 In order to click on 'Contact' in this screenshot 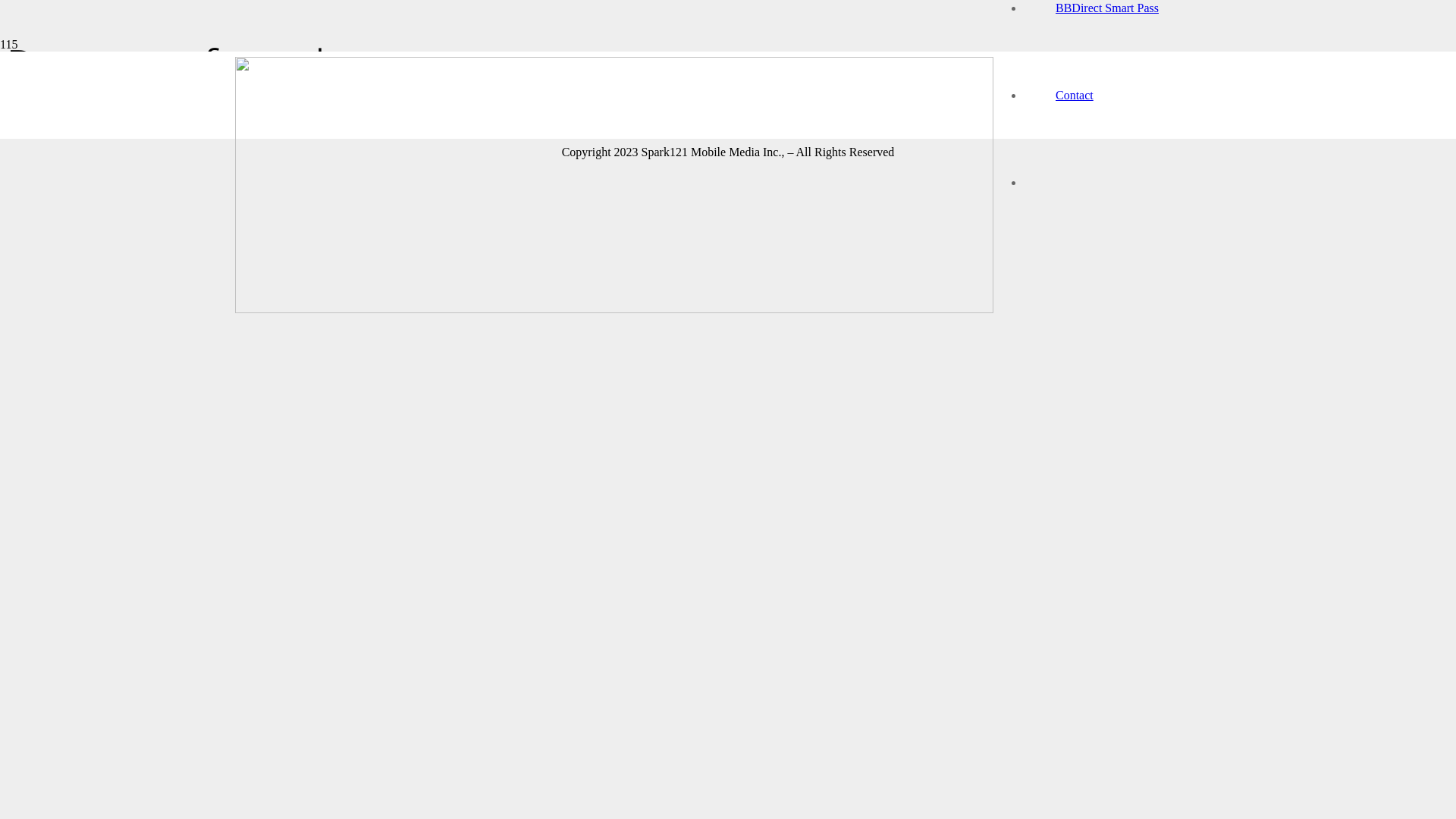, I will do `click(1073, 95)`.